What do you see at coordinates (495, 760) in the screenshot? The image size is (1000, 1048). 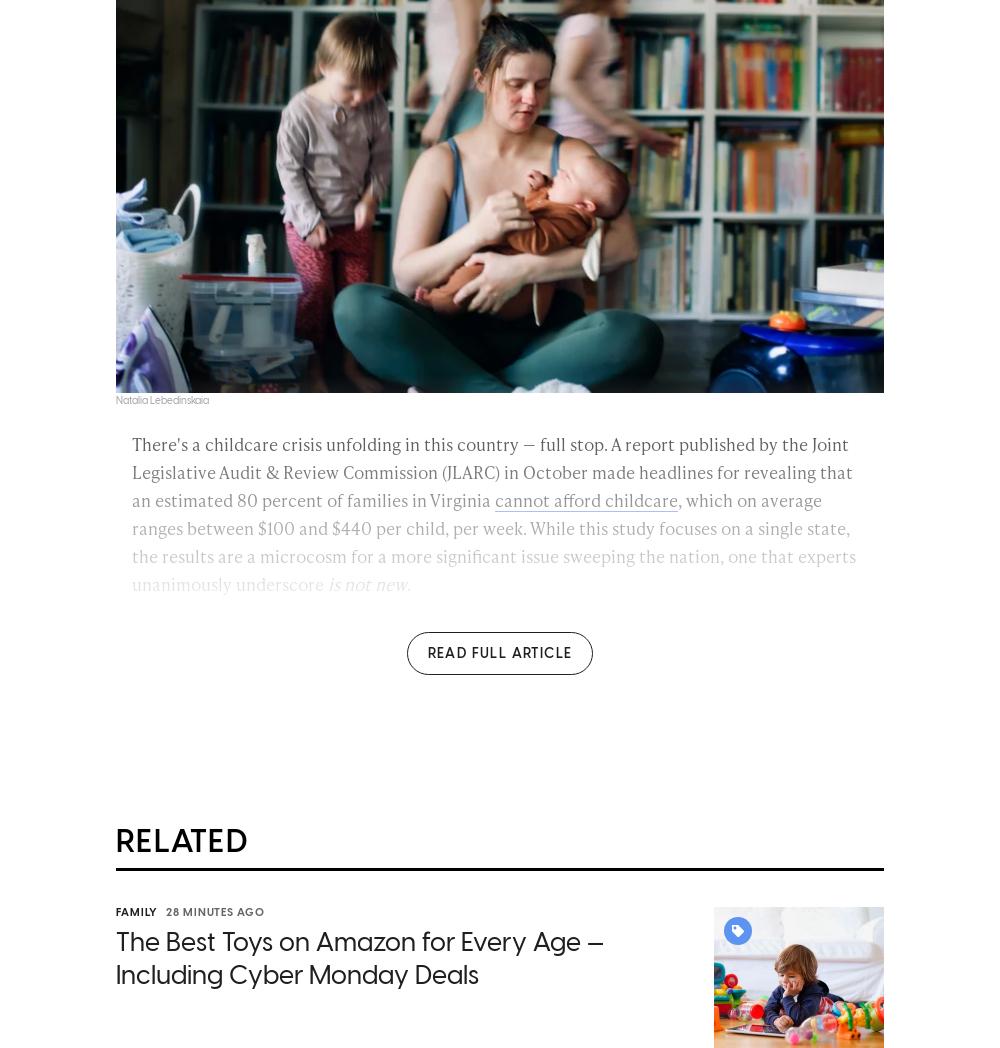 I see `'in Virginia, the average cost of infant care is $14,000 annually, with the median family income being $77,000. Most states demonstrate a direct correlation between average state income and cost of childcare, and when accounting for this, Virginia ranks as the 10th-most expensive state in the US.'` at bounding box center [495, 760].